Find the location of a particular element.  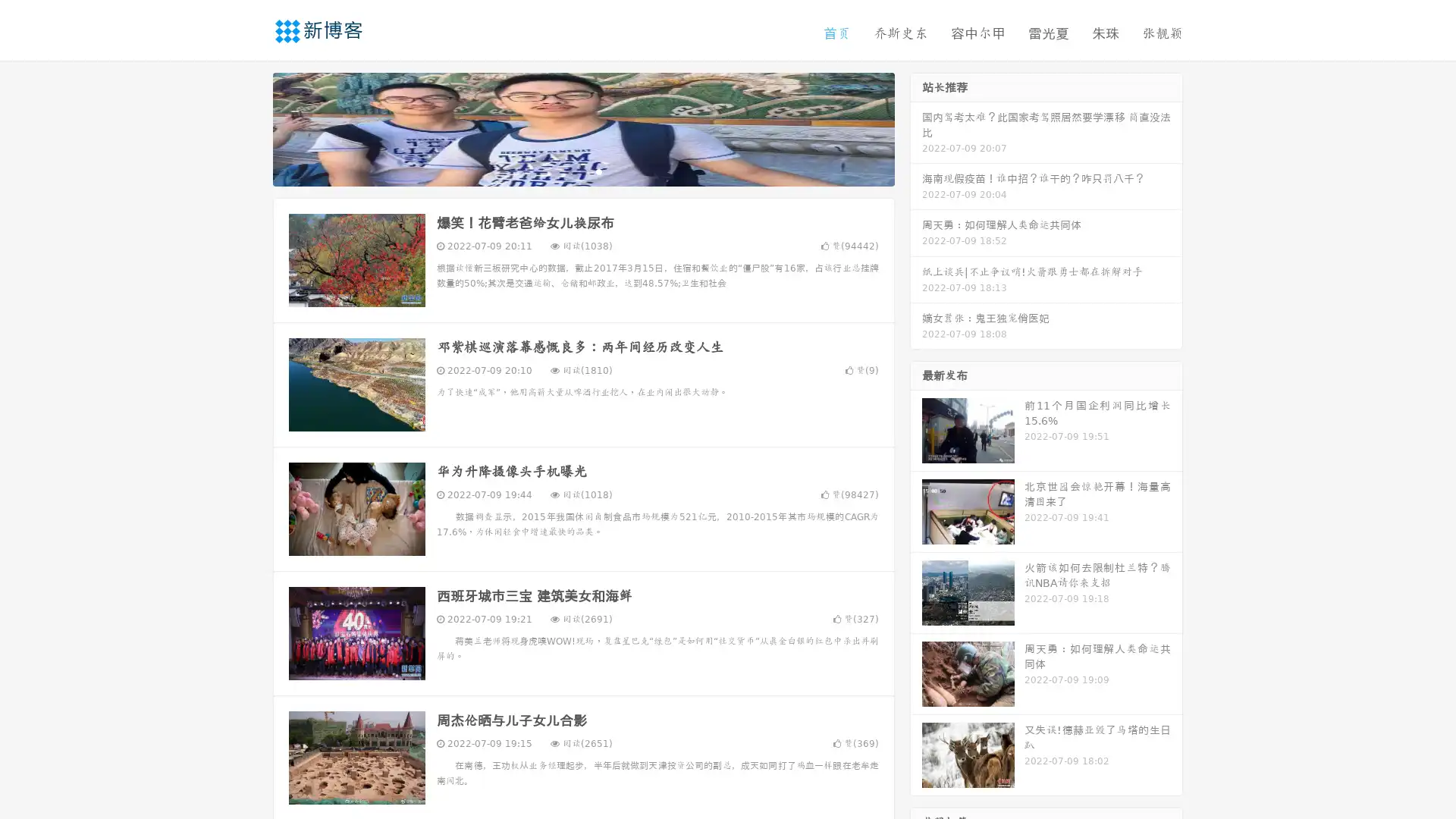

Go to slide 2 is located at coordinates (582, 171).